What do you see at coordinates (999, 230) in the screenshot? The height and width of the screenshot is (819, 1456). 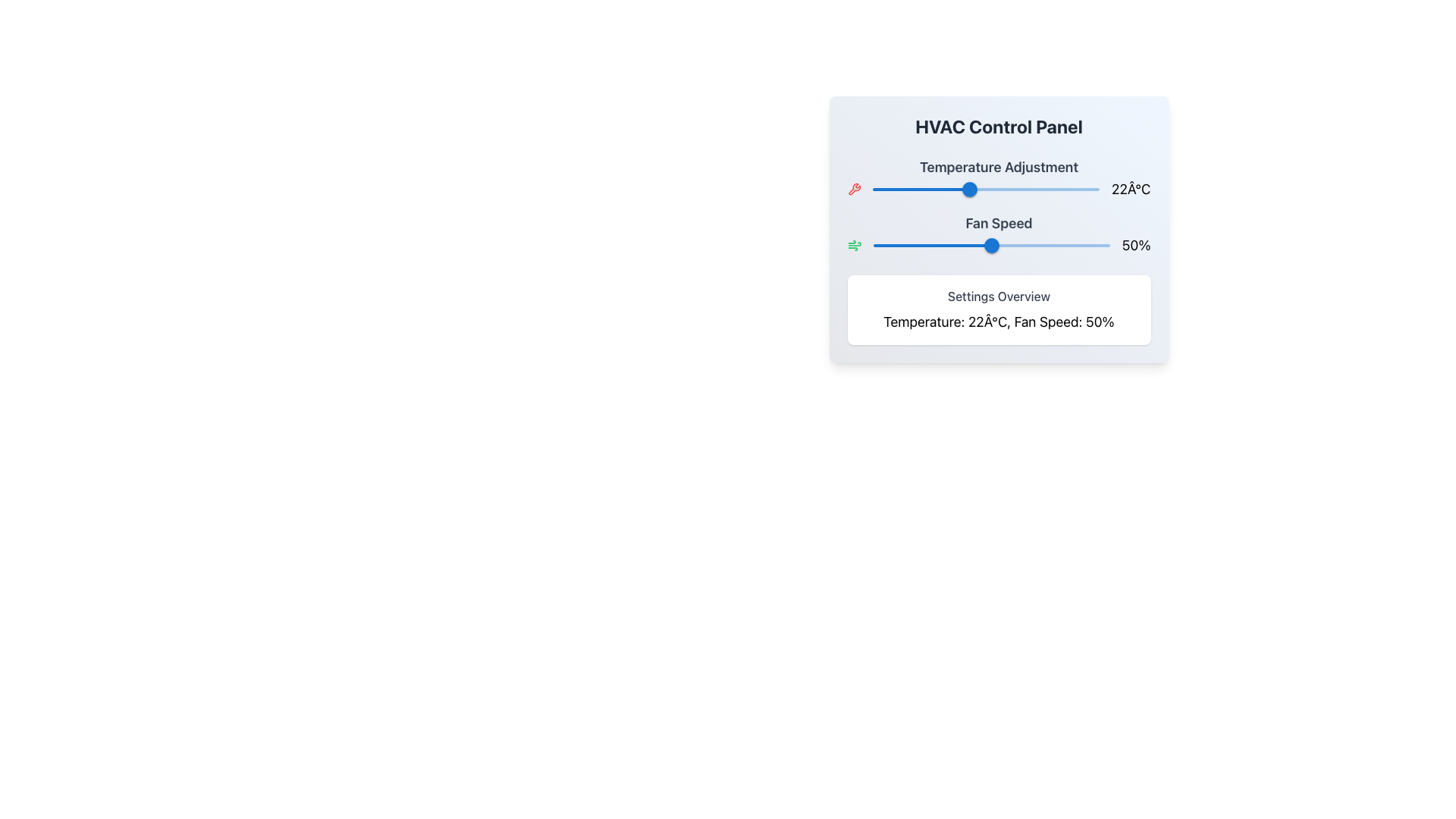 I see `the HVAC Control Panel element, which is centrally aligned below the 'HVAC Control Panel' title and above the settings overview` at bounding box center [999, 230].